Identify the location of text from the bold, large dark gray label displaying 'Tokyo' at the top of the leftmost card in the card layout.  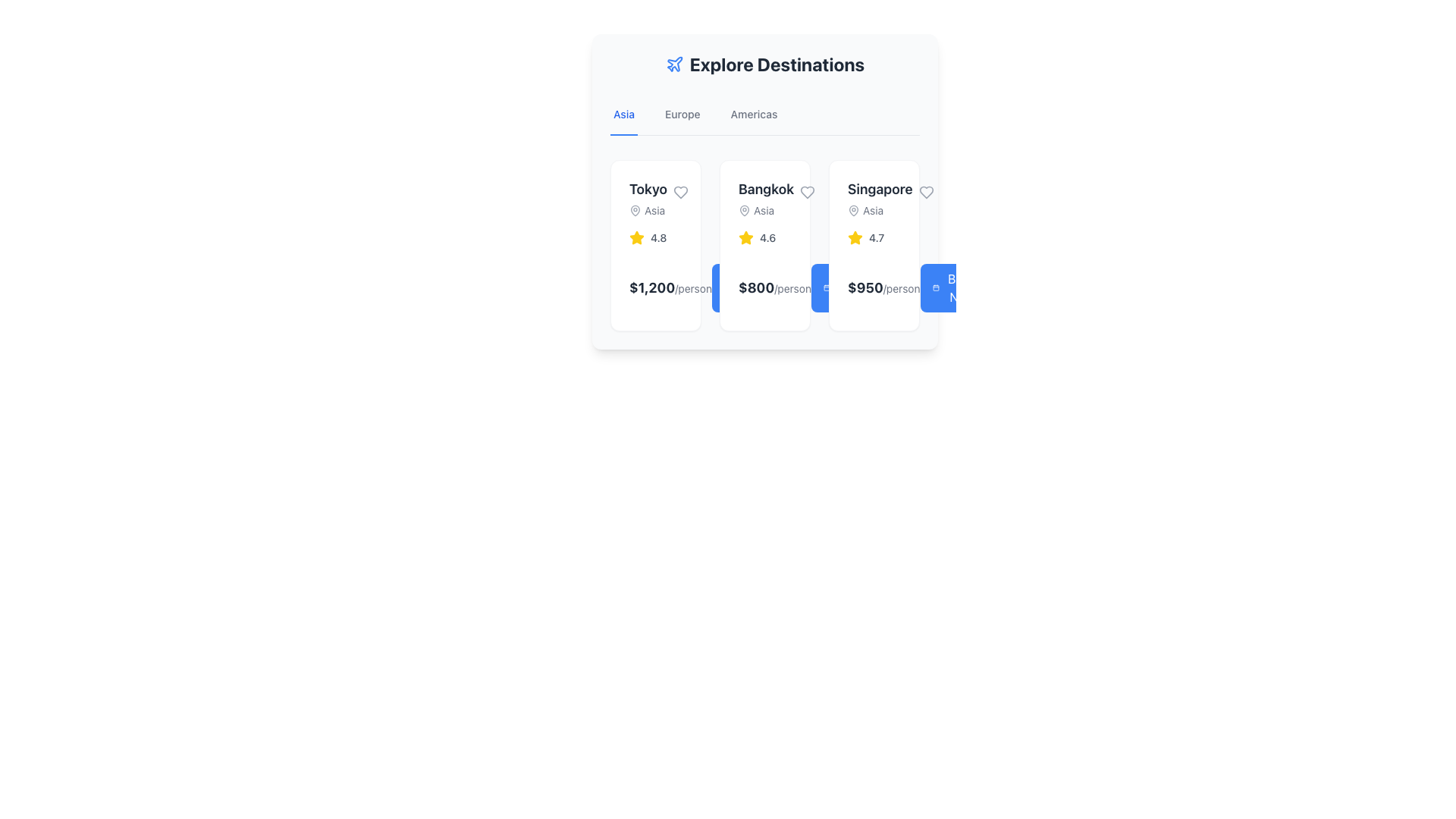
(648, 189).